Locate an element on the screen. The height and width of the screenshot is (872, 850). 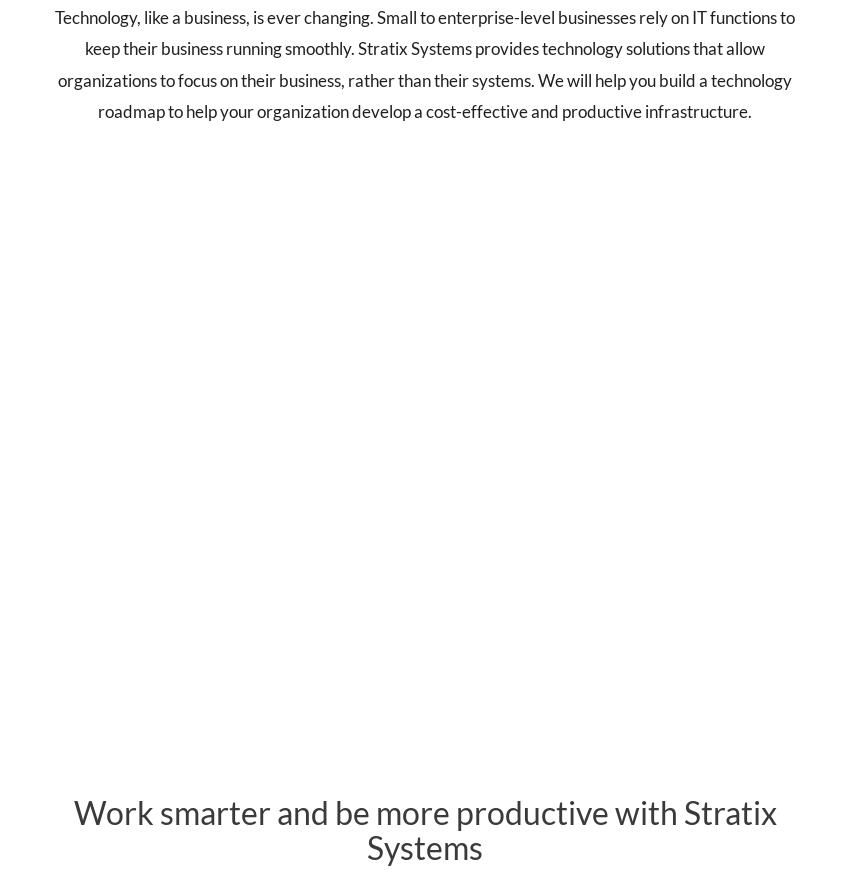
'Work smarter and be more productive with Stratix Systems' is located at coordinates (424, 829).